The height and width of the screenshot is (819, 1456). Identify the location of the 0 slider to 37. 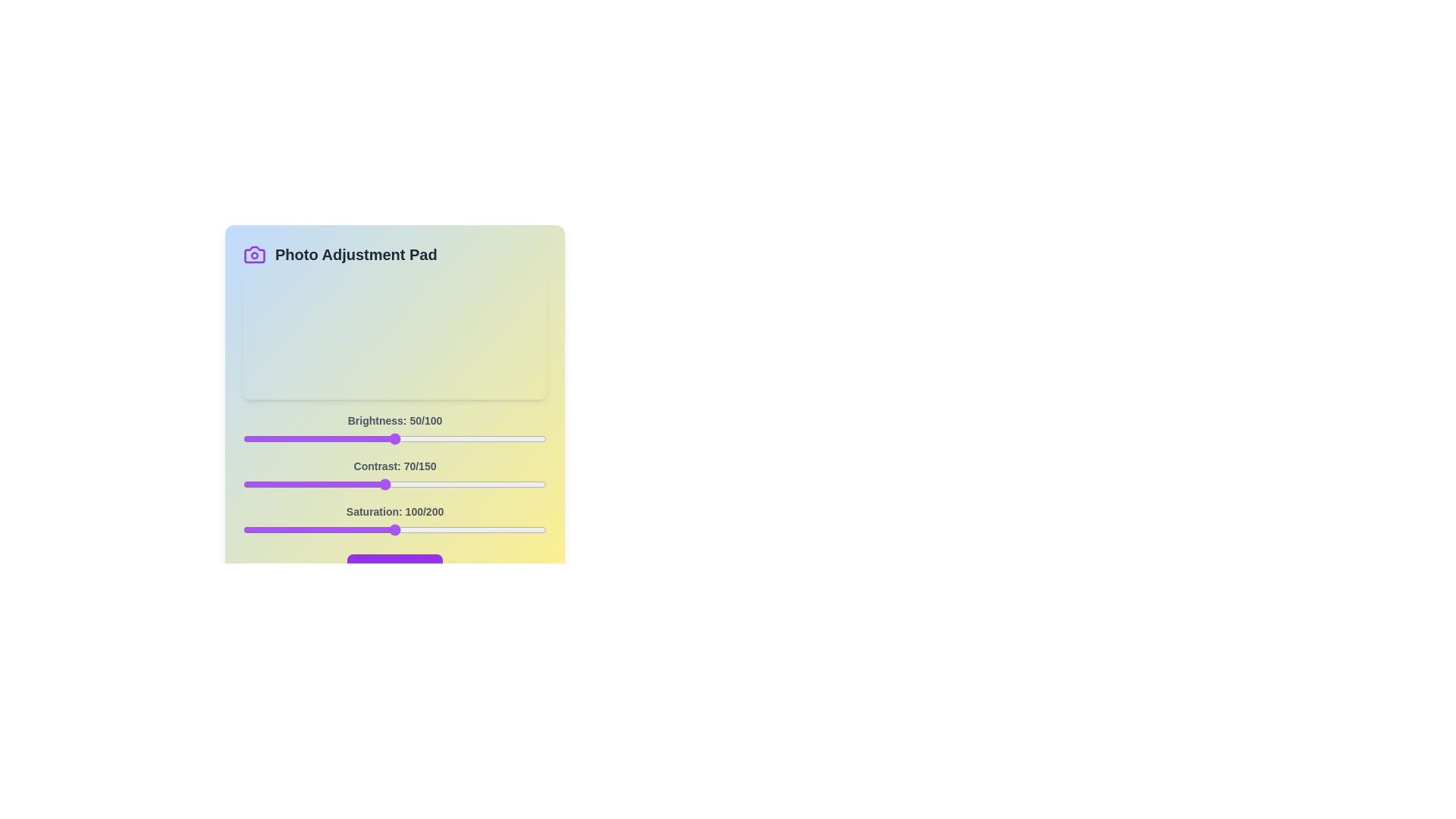
(355, 438).